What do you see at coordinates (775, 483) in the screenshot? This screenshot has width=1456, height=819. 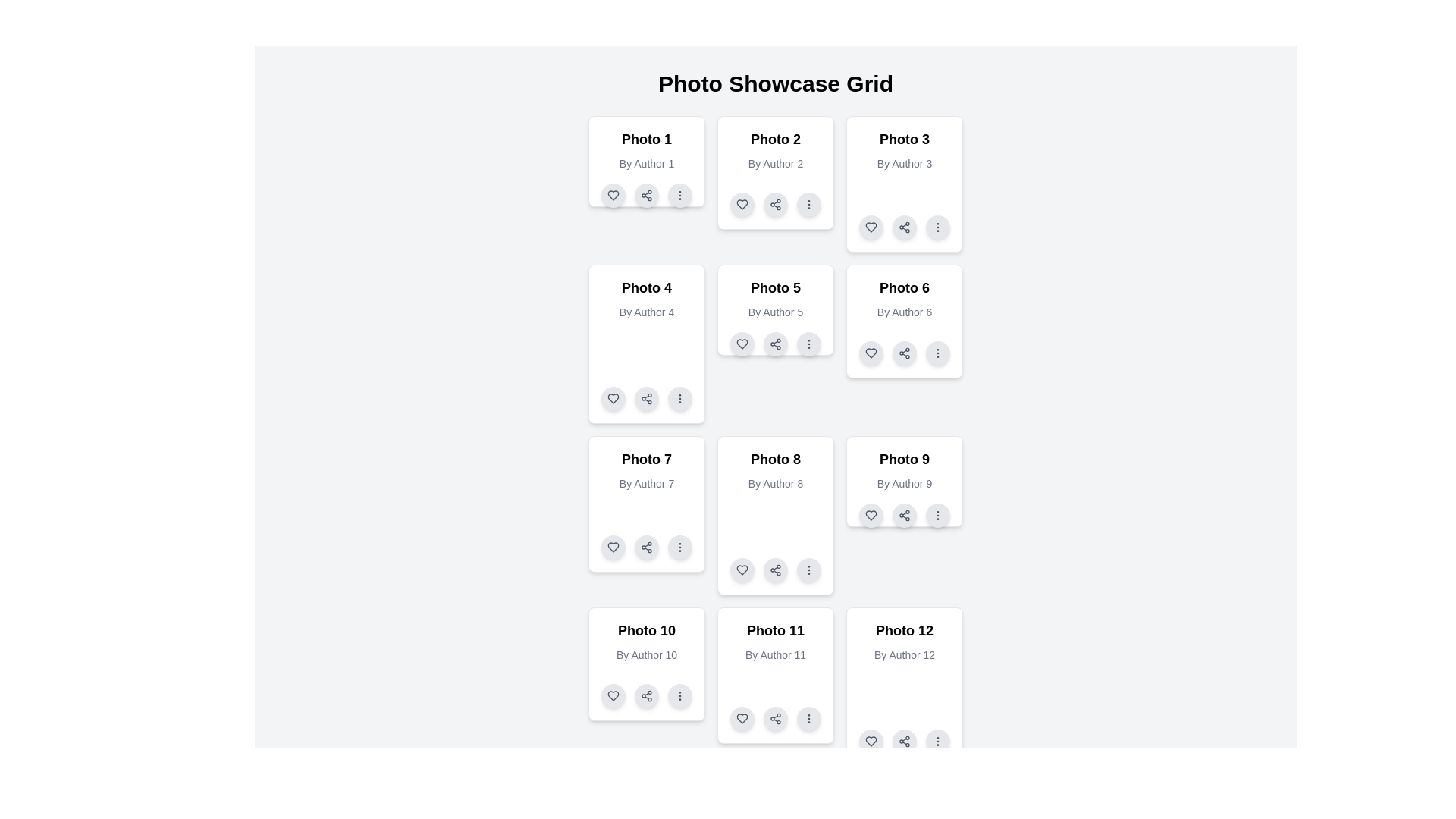 I see `the author label in the 'Photo 8' card, located beneath the main title and above the interactive buttons` at bounding box center [775, 483].